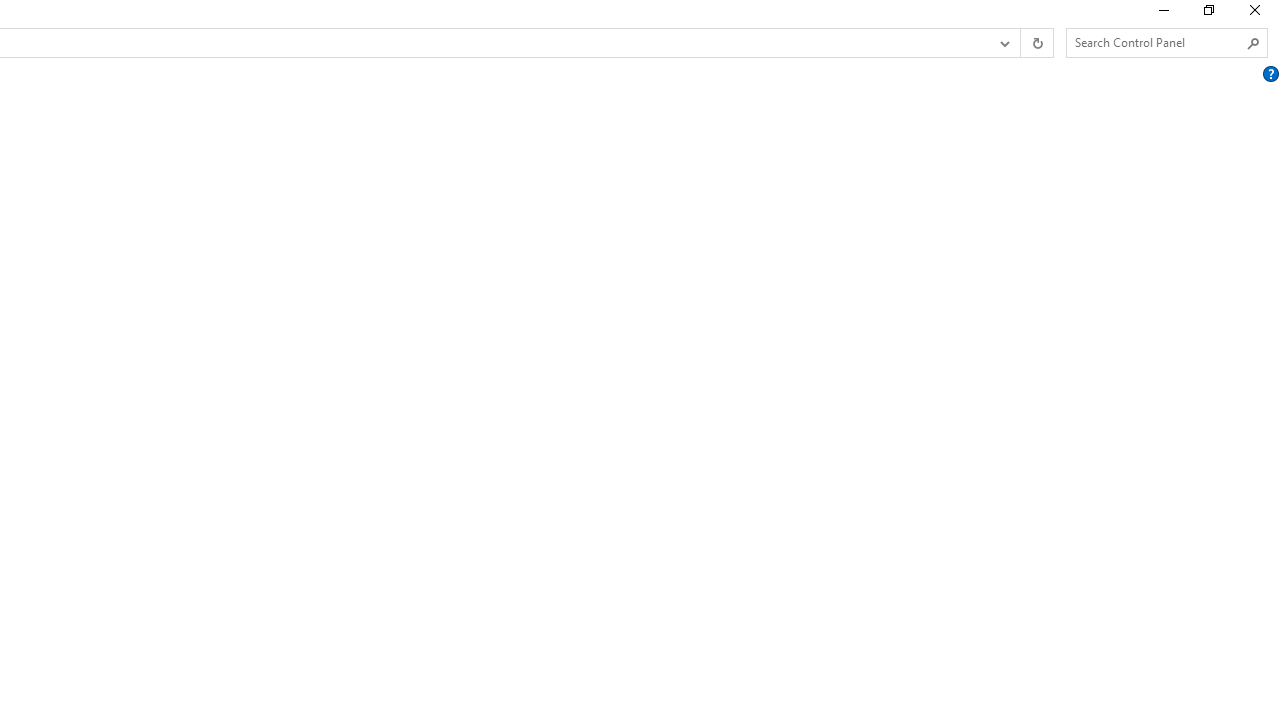 Image resolution: width=1280 pixels, height=720 pixels. Describe the element at coordinates (1207, 15) in the screenshot. I see `'Restore'` at that location.